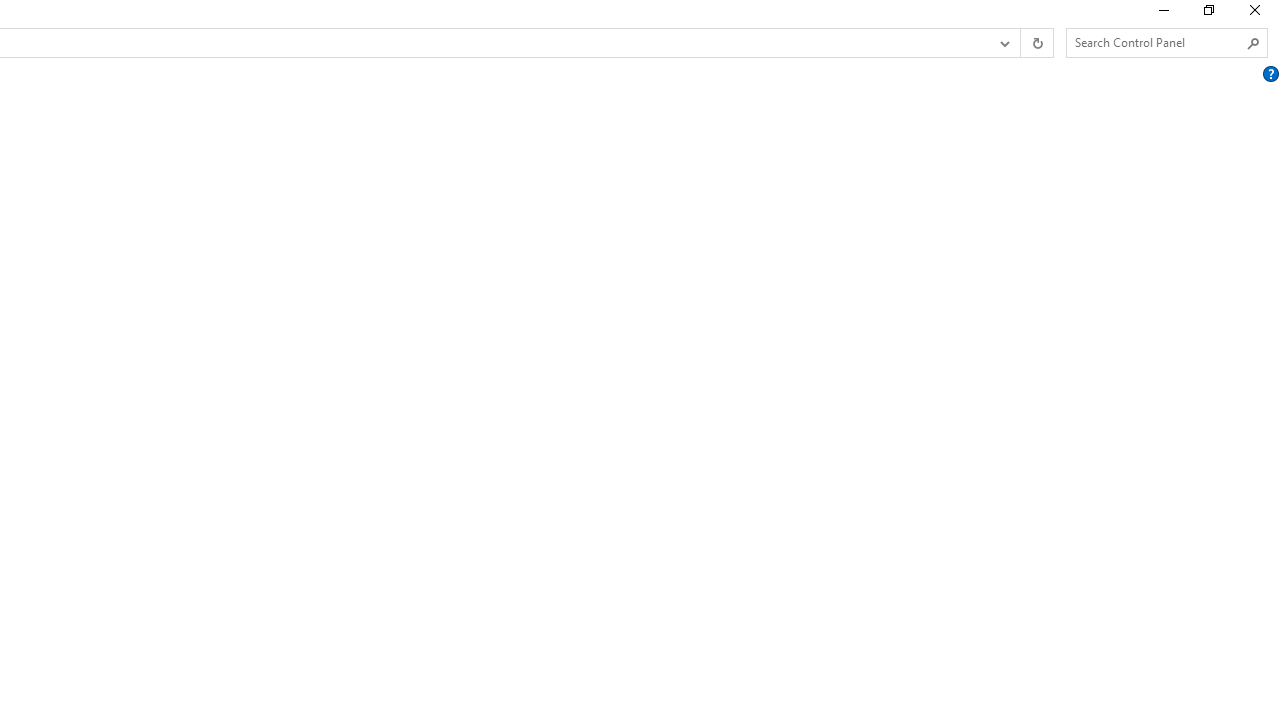 Image resolution: width=1280 pixels, height=720 pixels. Describe the element at coordinates (1207, 15) in the screenshot. I see `'Restore'` at that location.